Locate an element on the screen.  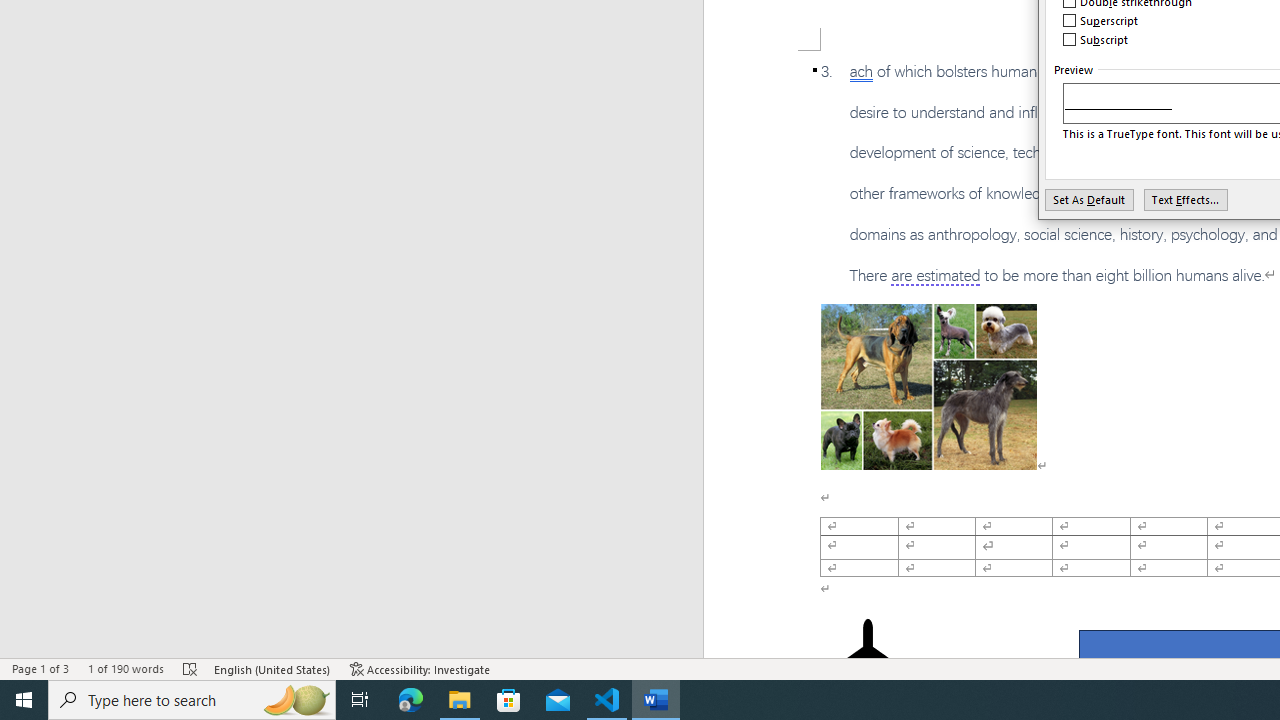
'Page Number Page 1 of 3' is located at coordinates (40, 669).